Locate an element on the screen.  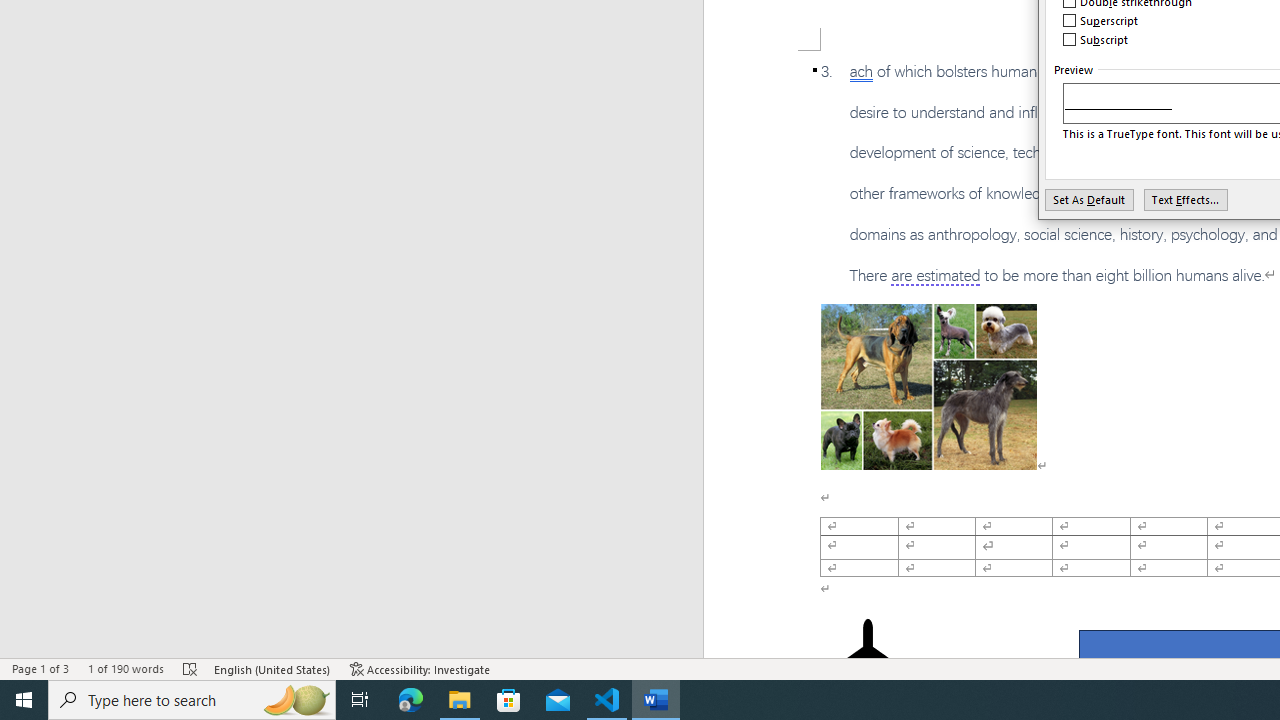
'Page Number Page 1 of 3' is located at coordinates (40, 669).